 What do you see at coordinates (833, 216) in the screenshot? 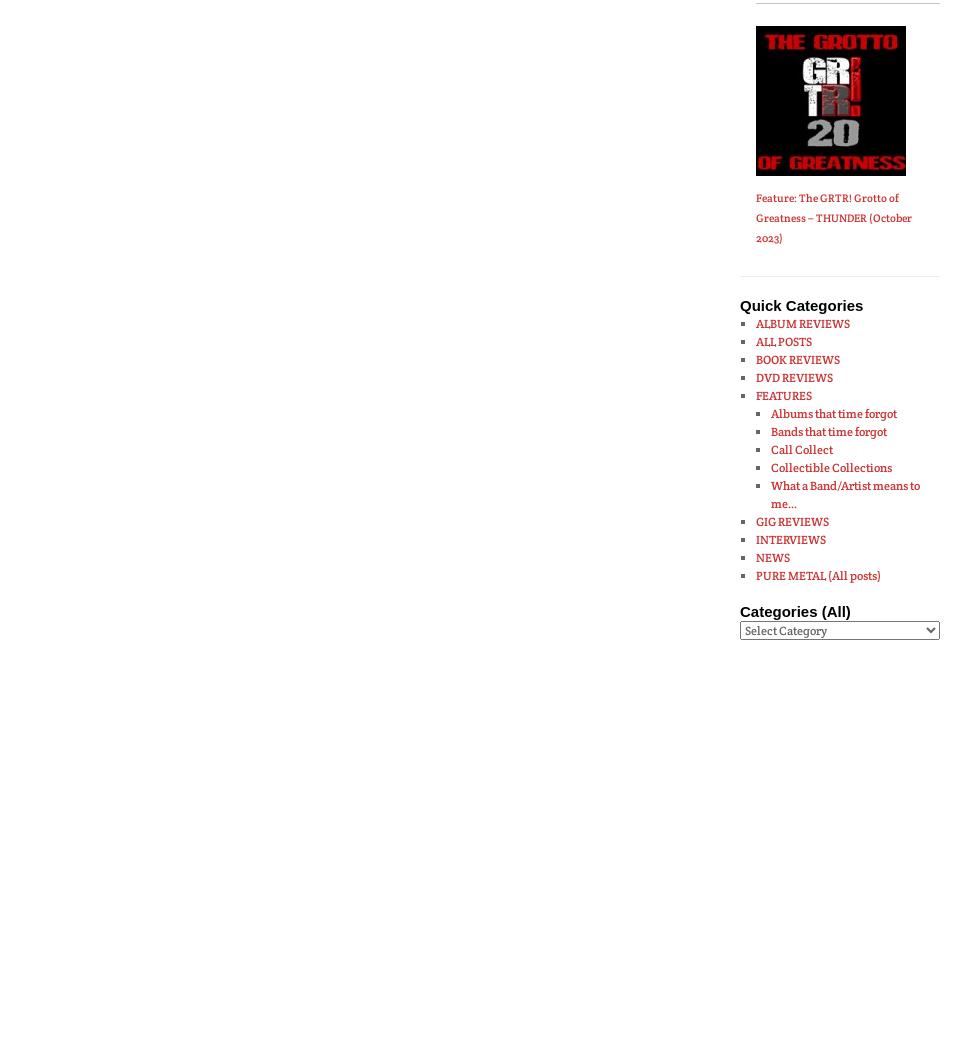
I see `'Feature: The GRTR! Grotto of Greatness – THUNDER (October 2023)'` at bounding box center [833, 216].